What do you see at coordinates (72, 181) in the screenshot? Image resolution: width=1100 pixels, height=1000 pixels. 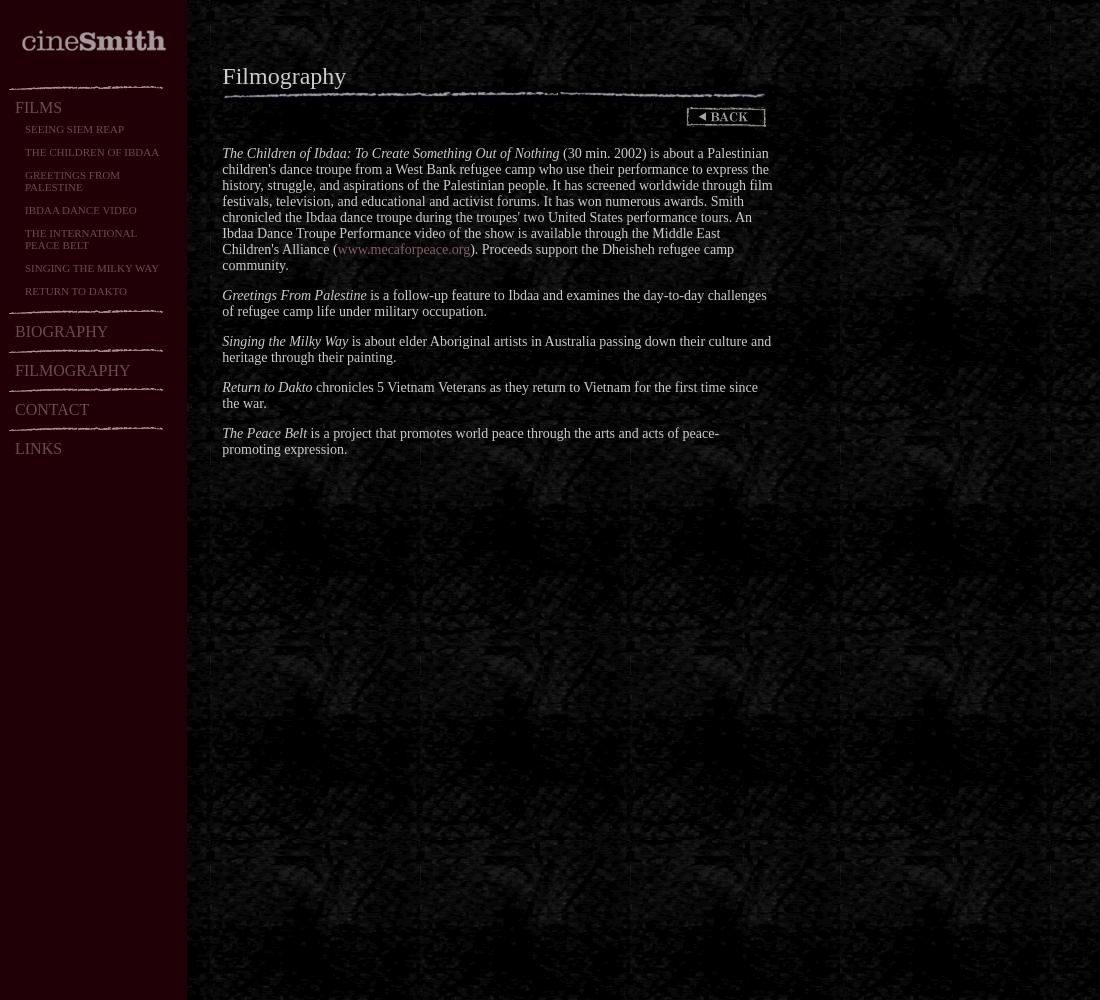 I see `'GREETINGS FROM PALESTINE'` at bounding box center [72, 181].